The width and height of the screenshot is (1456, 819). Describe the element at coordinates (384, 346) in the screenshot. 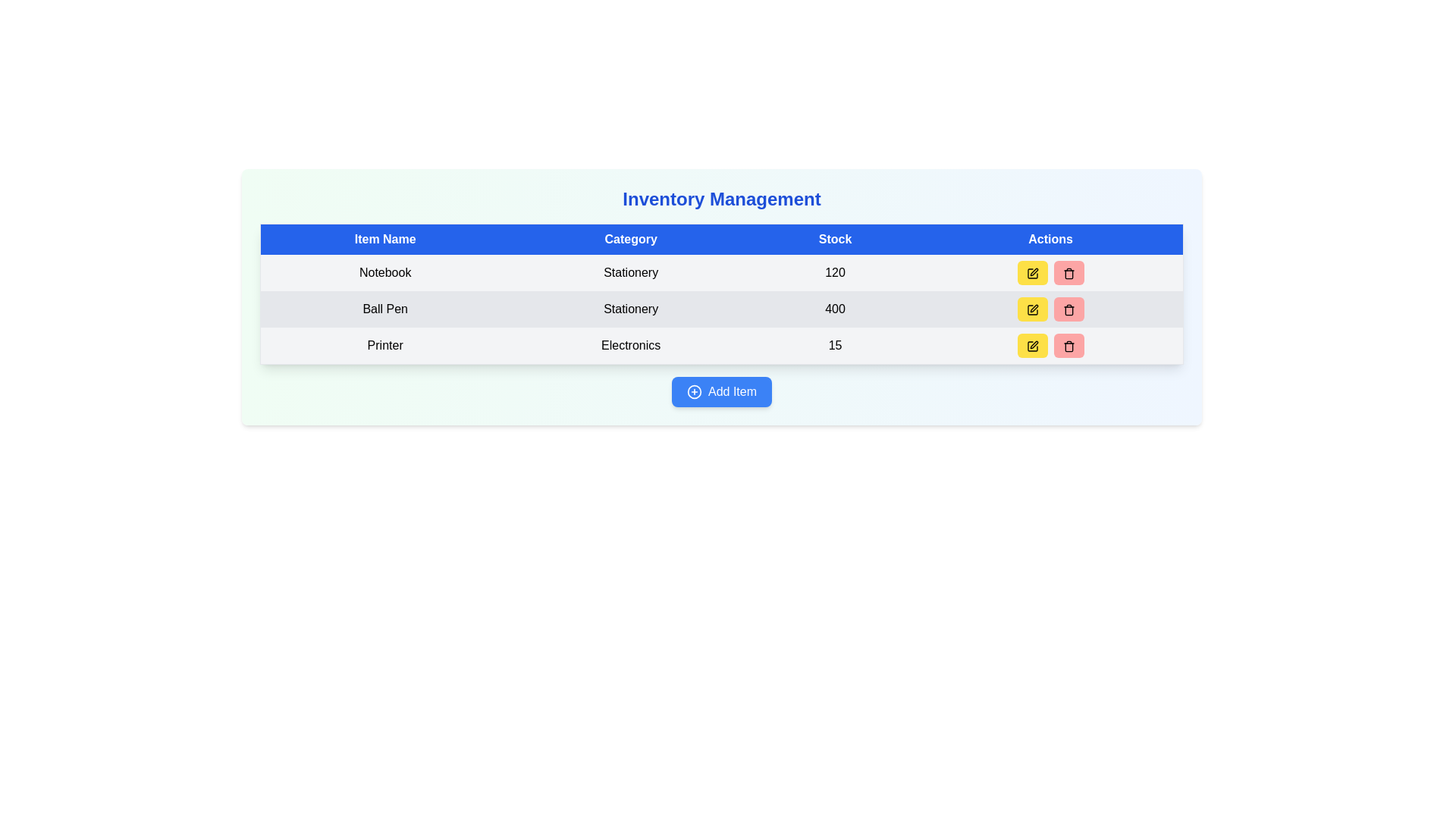

I see `the text label reading 'Printer' which is the first cell in the row of the Inventory Management section, aligned with the 'Item Name' column header` at that location.